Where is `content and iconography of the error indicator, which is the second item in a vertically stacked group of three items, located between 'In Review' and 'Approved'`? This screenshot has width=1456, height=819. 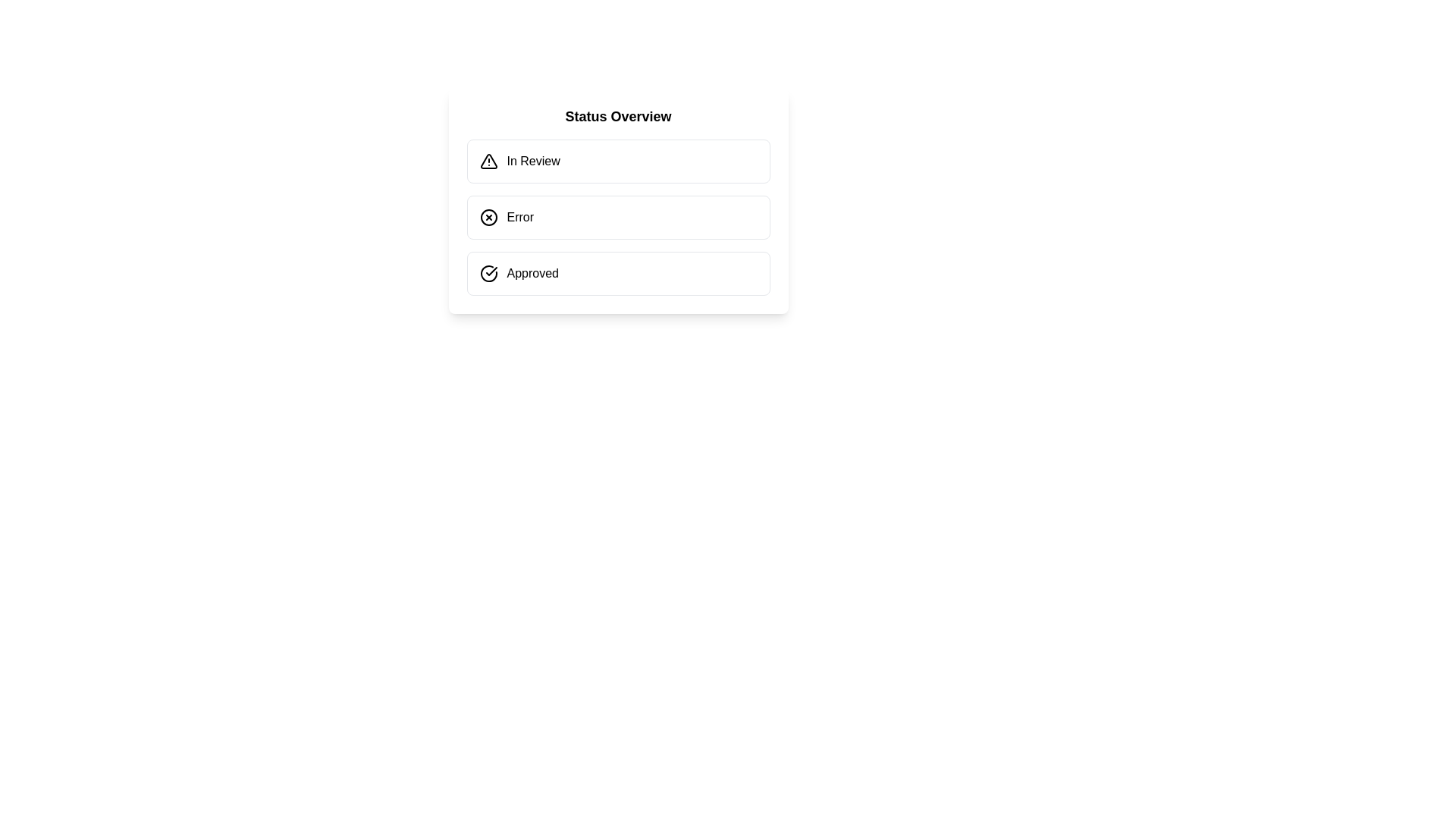
content and iconography of the error indicator, which is the second item in a vertically stacked group of three items, located between 'In Review' and 'Approved' is located at coordinates (618, 217).